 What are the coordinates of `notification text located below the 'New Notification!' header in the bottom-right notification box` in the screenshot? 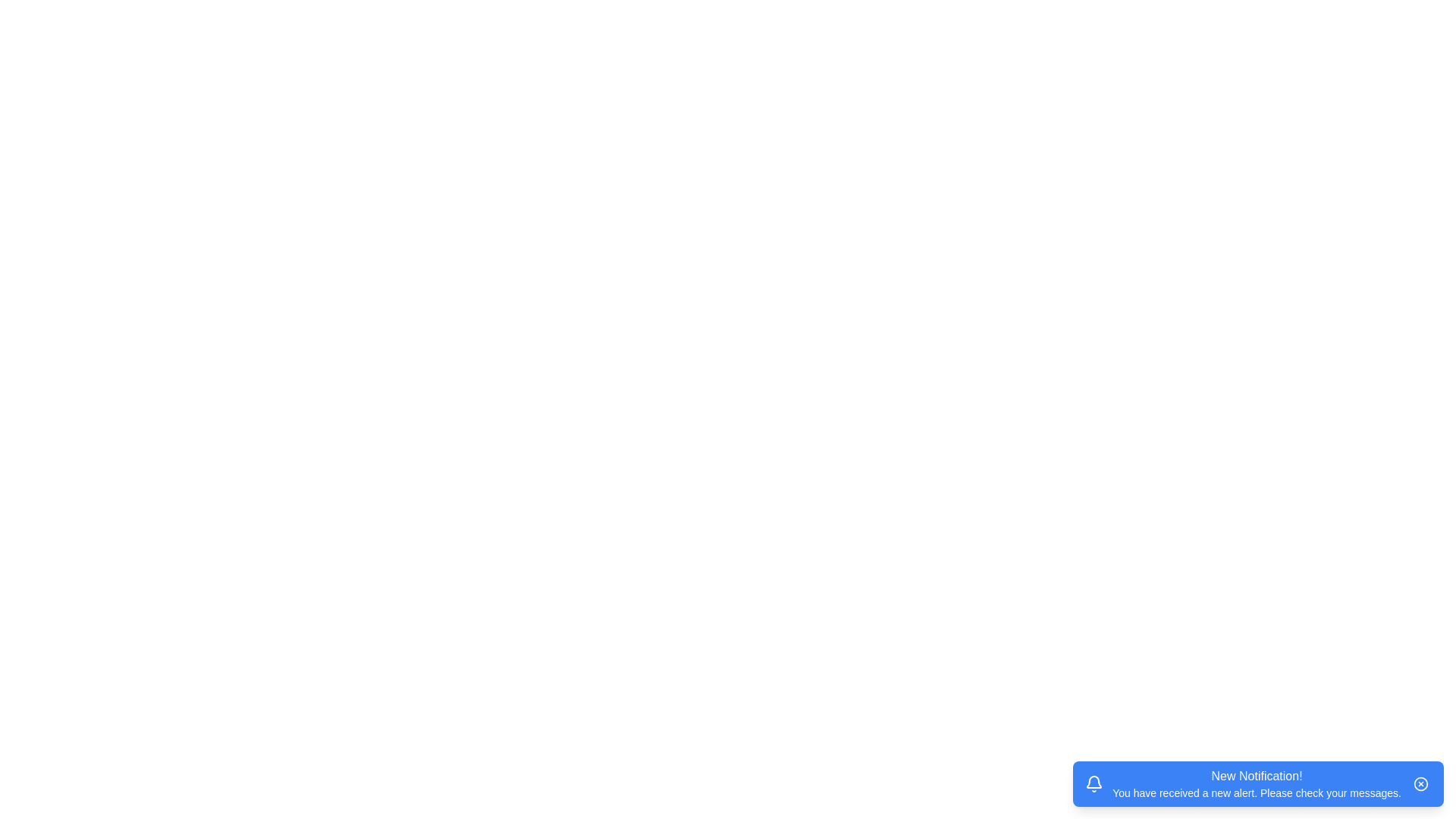 It's located at (1257, 792).